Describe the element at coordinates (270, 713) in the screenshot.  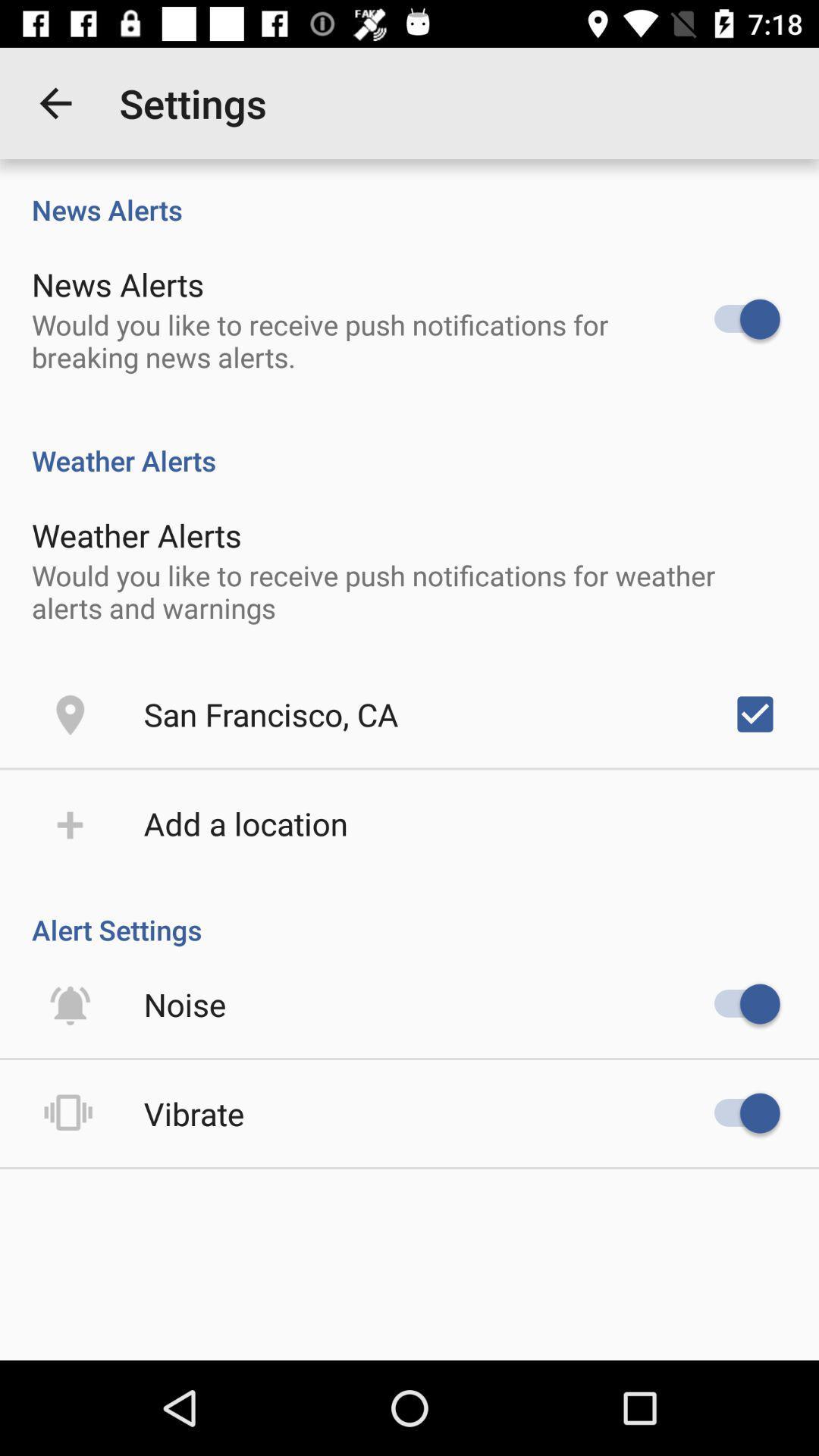
I see `the san francisco, ca item` at that location.